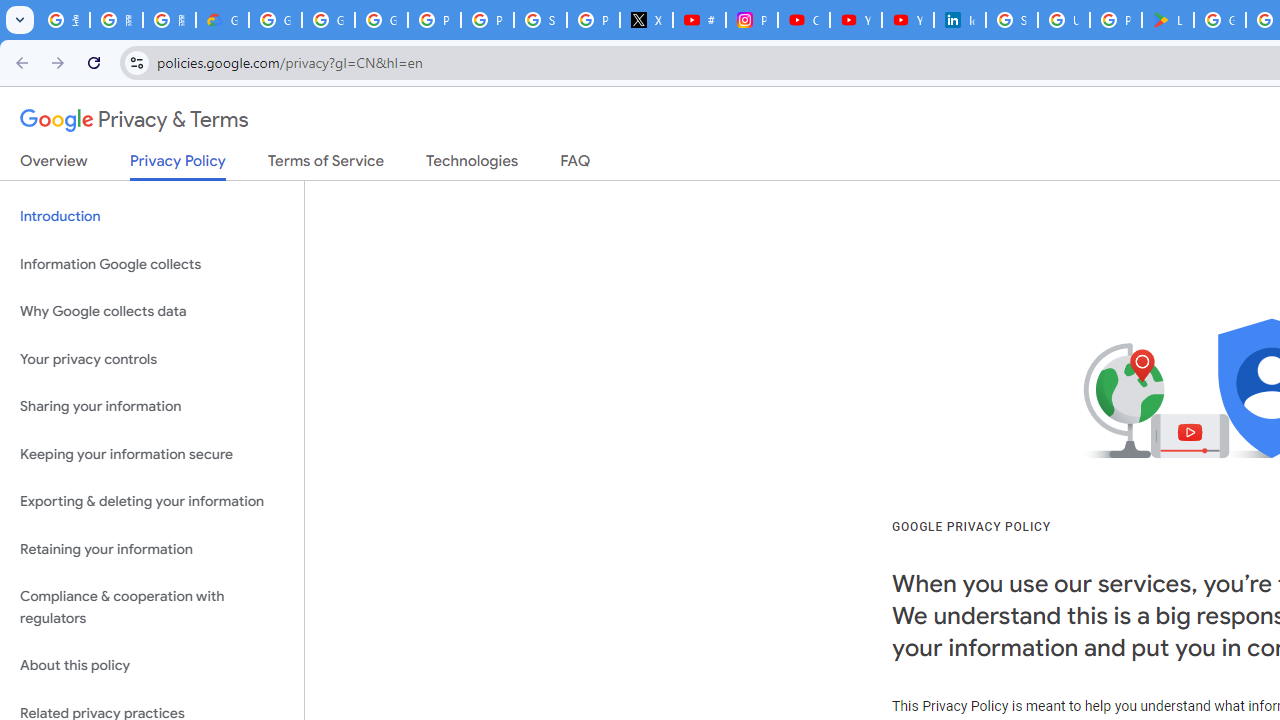  Describe the element at coordinates (151, 312) in the screenshot. I see `'Why Google collects data'` at that location.